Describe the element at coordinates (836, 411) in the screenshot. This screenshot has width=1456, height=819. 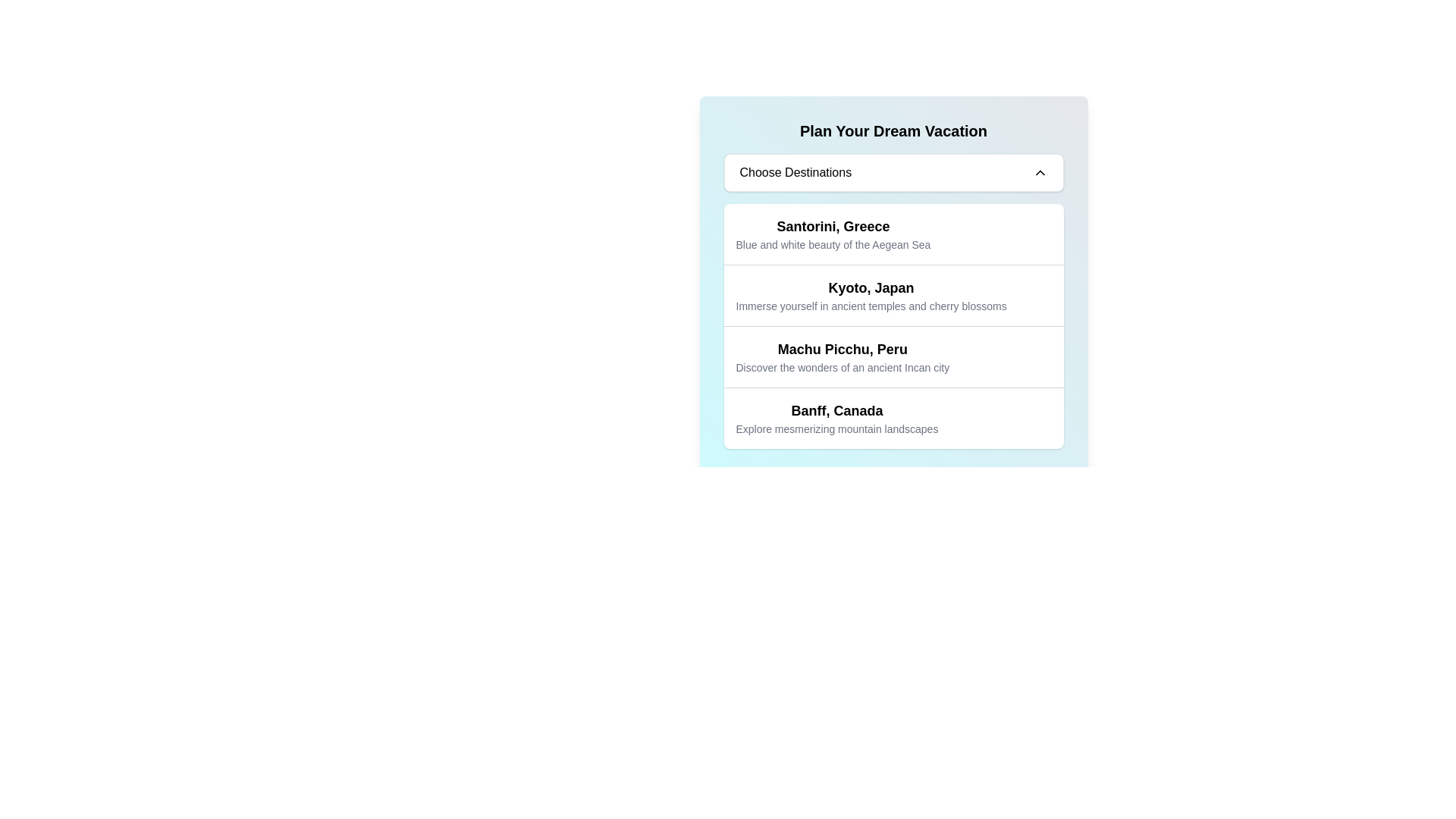
I see `the text label displaying 'Banff, Canada', which is a prominent heading in bold font, located in the lower portion of a card list` at that location.